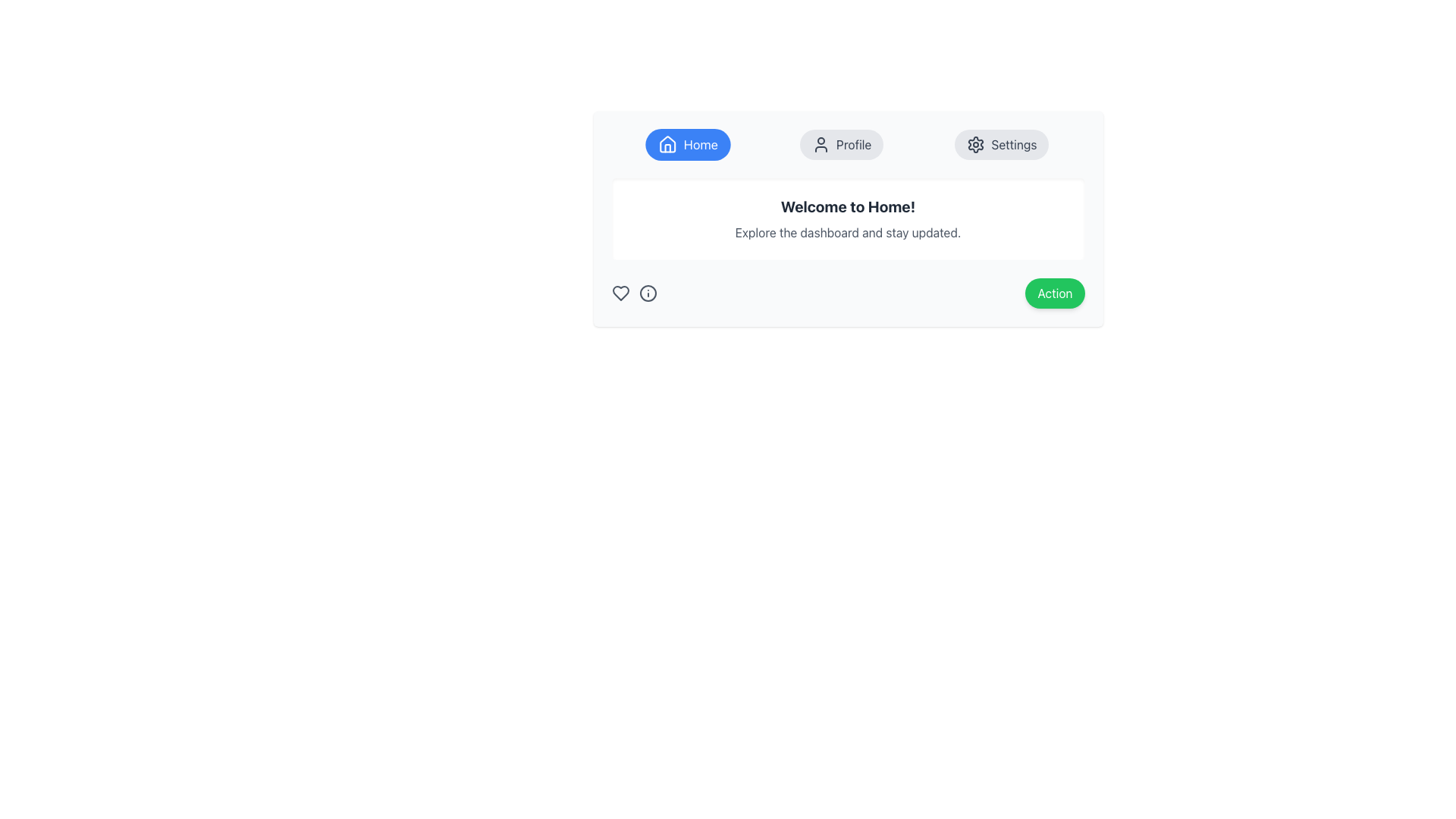  What do you see at coordinates (847, 207) in the screenshot?
I see `the Text Label that serves as a header or title welcoming the user to the home page, located above the descriptive text 'Explore the dashboard and stay updated.'` at bounding box center [847, 207].